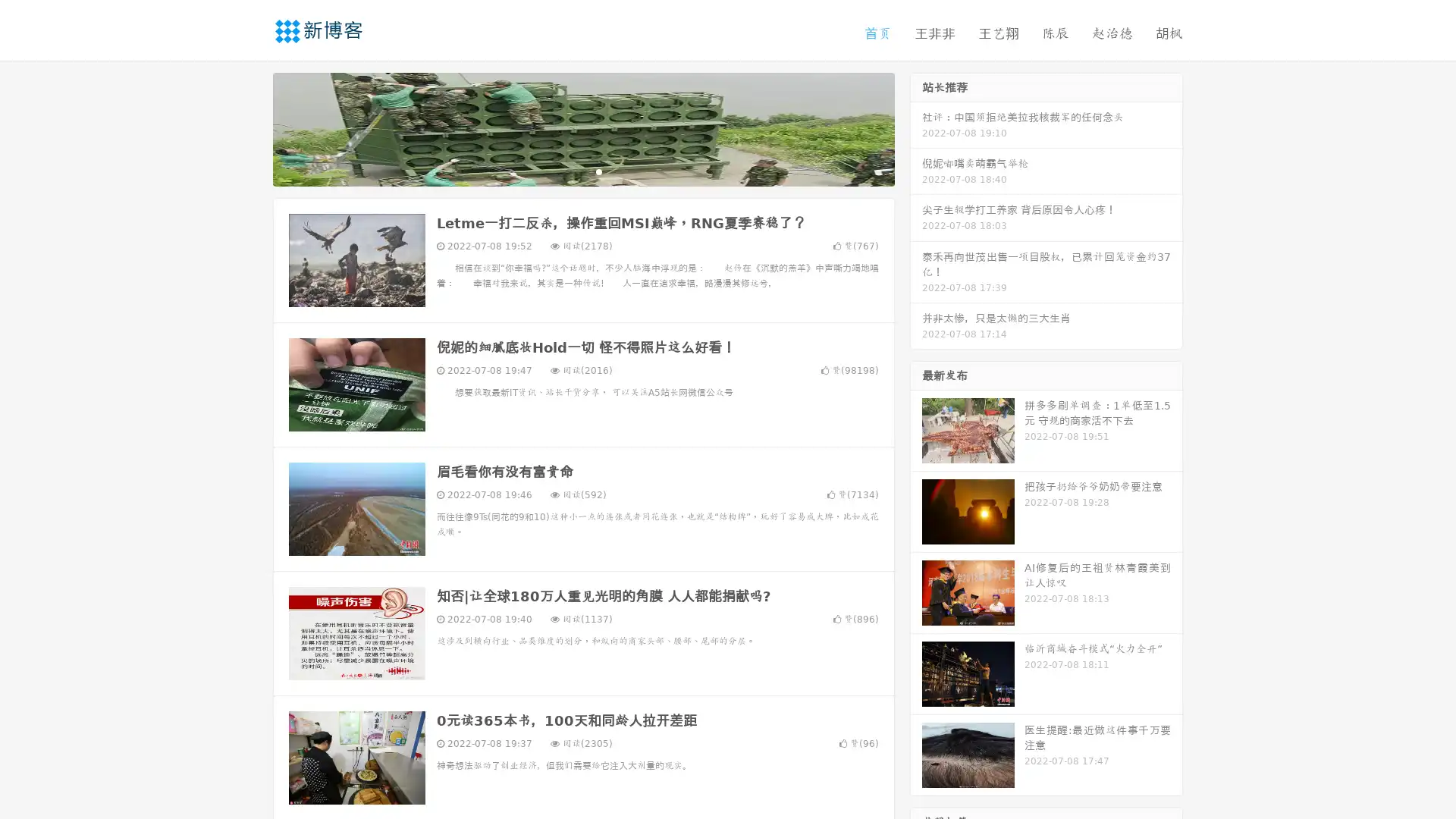 The width and height of the screenshot is (1456, 819). I want to click on Previous slide, so click(250, 127).